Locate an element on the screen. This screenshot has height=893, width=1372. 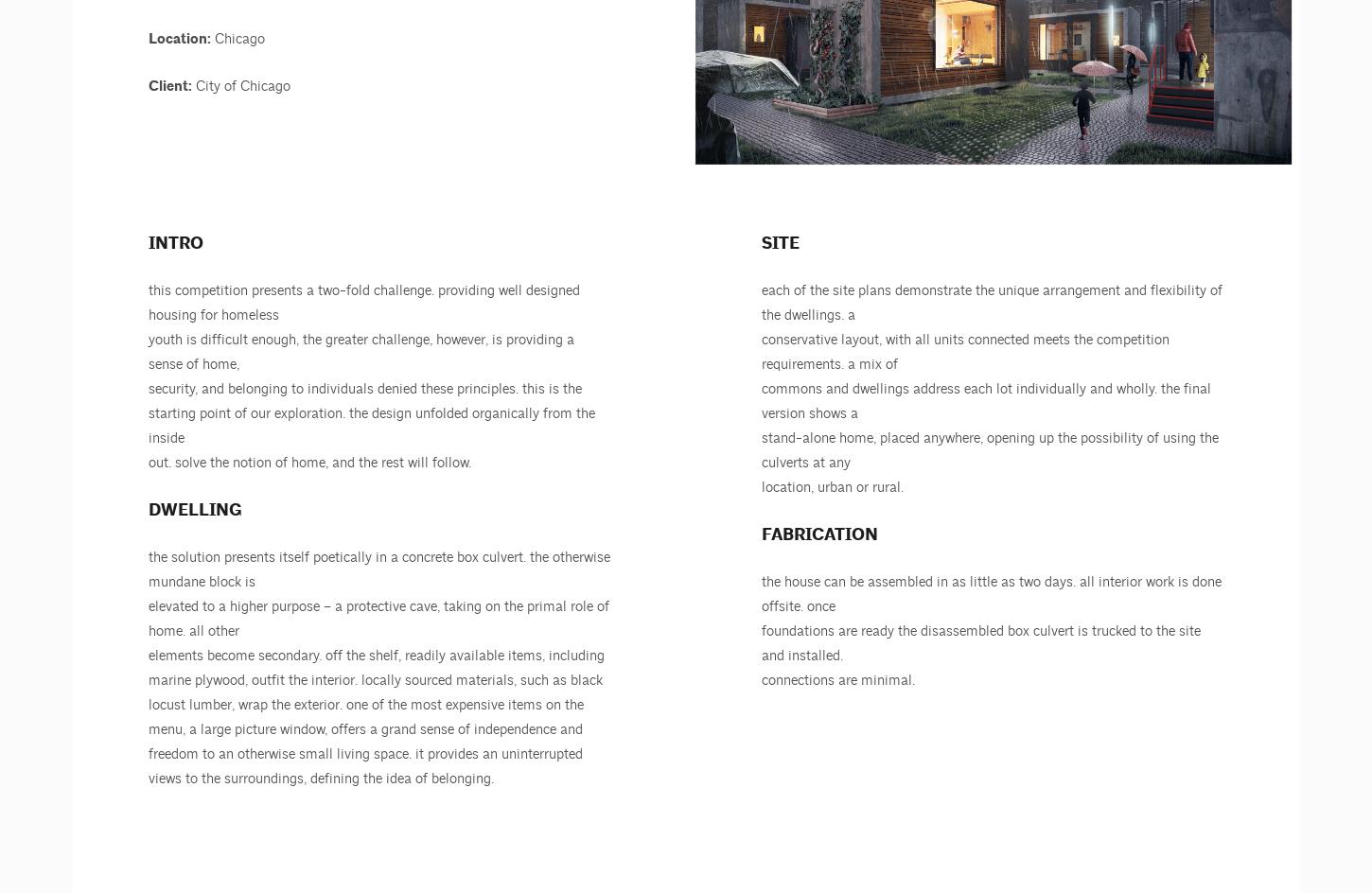
'this competition presents a two-fold challenge. providing well designed housing for homeless' is located at coordinates (362, 302).